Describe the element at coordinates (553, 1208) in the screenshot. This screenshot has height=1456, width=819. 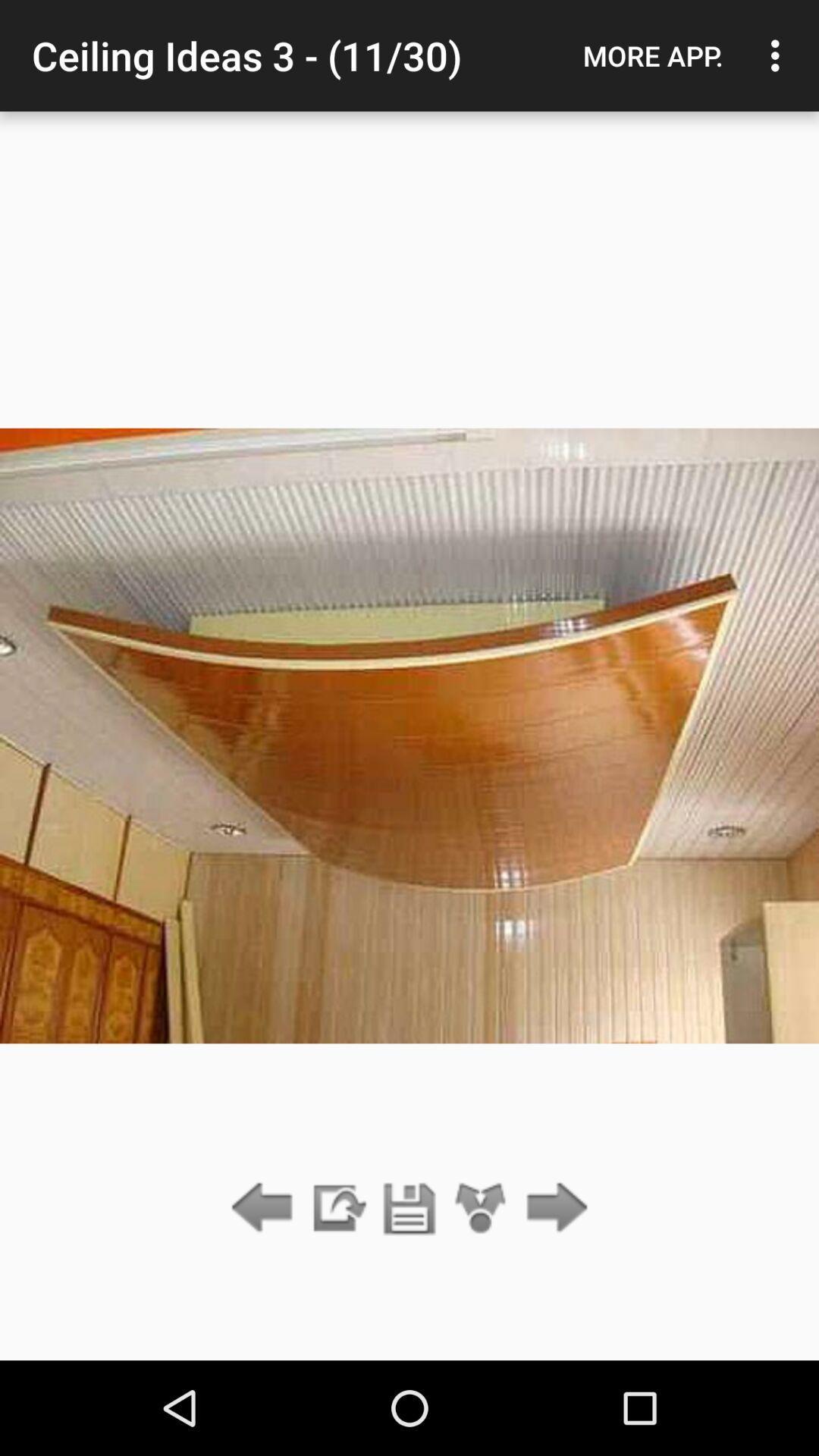
I see `next idea` at that location.